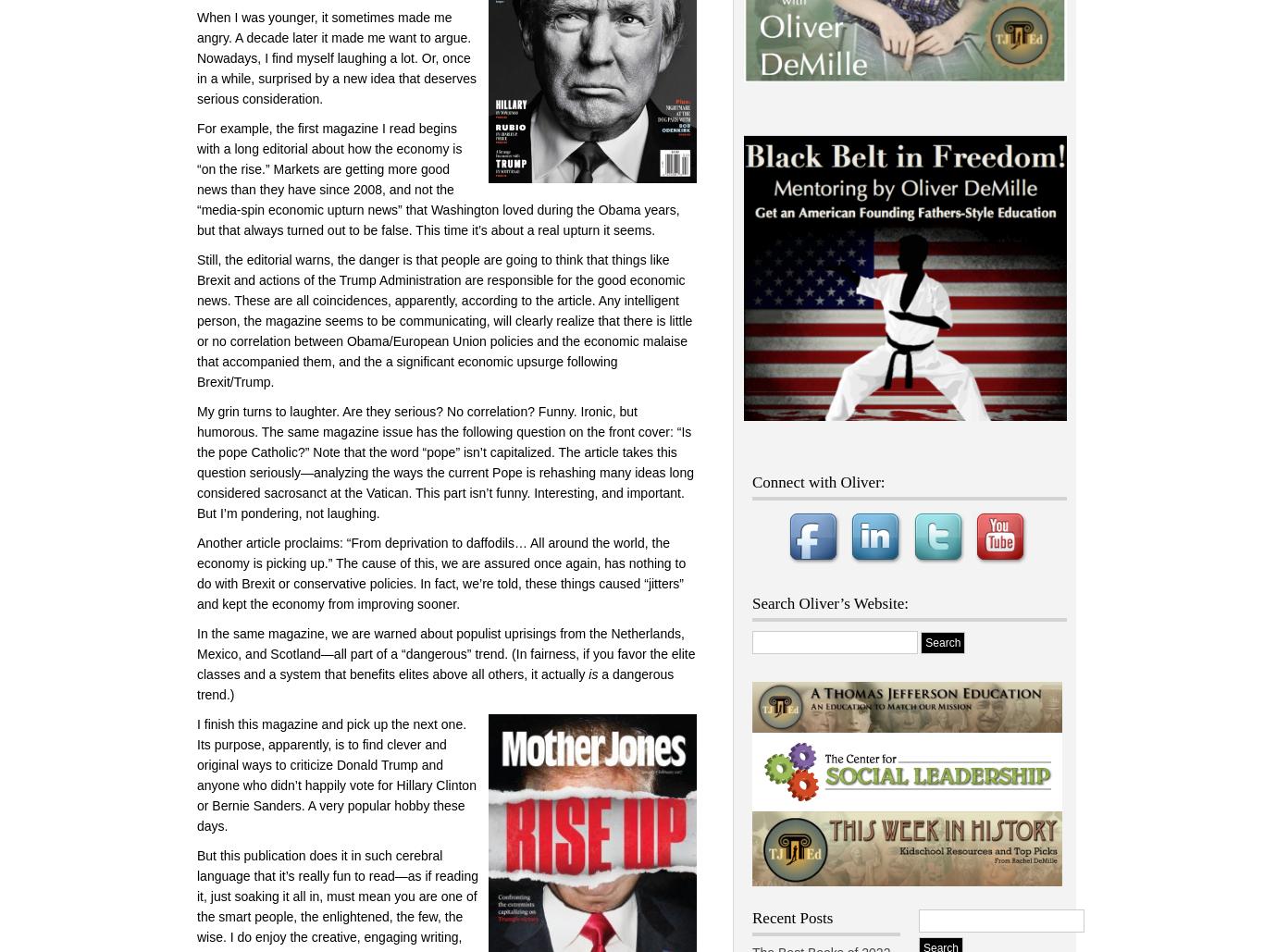 The image size is (1264, 952). I want to click on 'Recent Posts', so click(751, 916).